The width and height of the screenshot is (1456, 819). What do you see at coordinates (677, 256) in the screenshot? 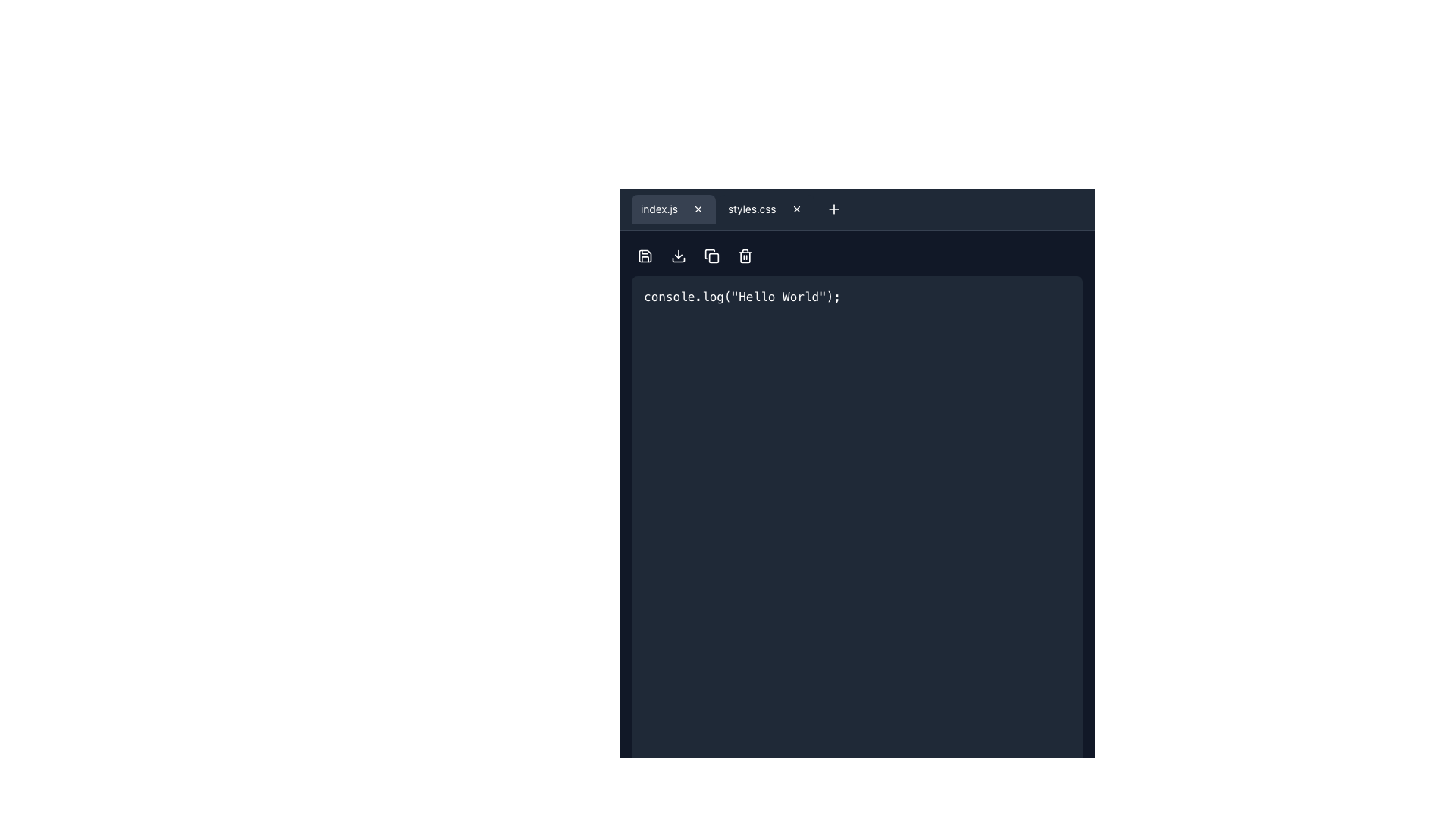
I see `the download button icon located in the top-right section of the interface` at bounding box center [677, 256].